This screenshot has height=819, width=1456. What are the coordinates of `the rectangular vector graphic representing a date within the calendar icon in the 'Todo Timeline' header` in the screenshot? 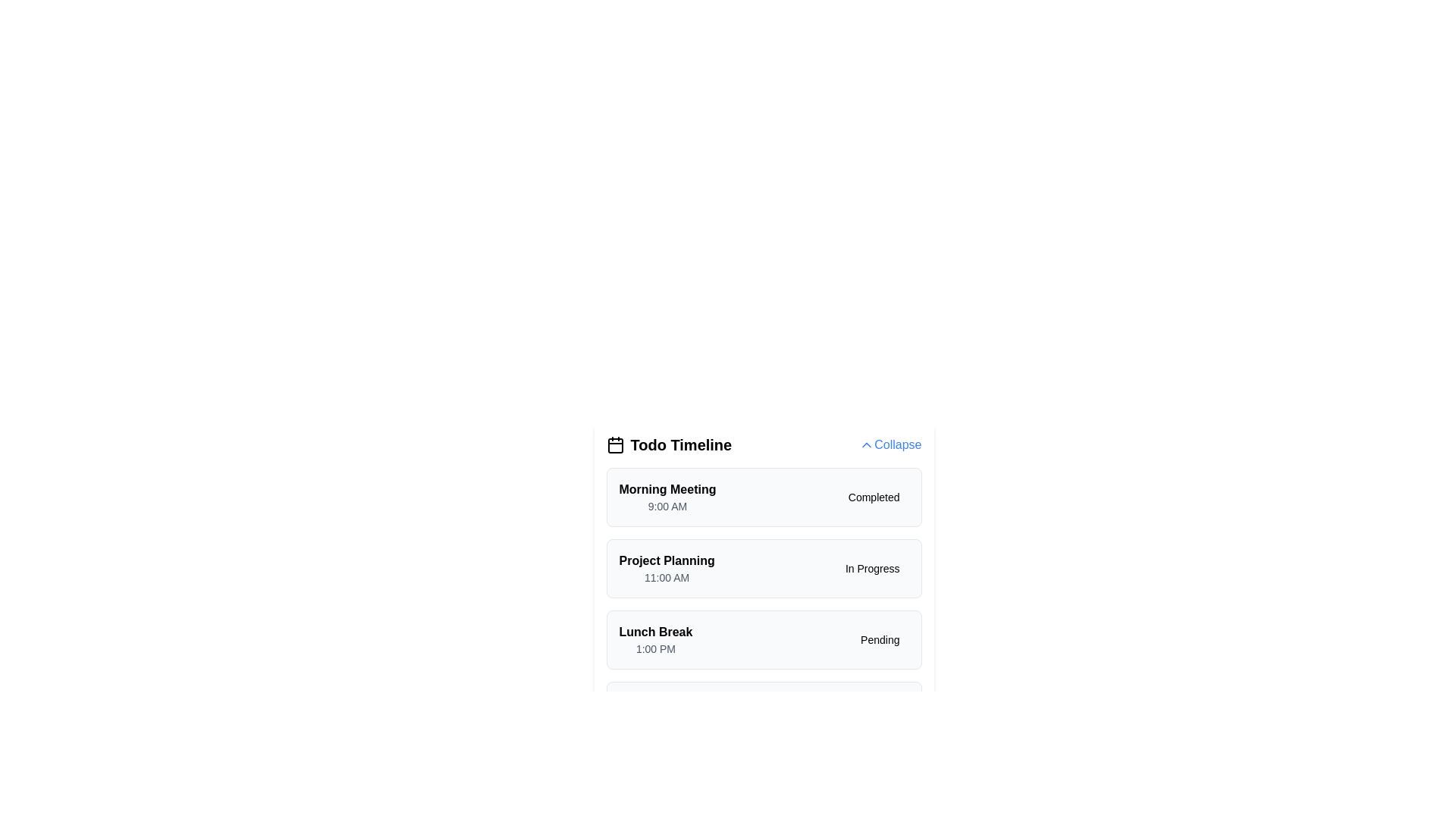 It's located at (615, 444).